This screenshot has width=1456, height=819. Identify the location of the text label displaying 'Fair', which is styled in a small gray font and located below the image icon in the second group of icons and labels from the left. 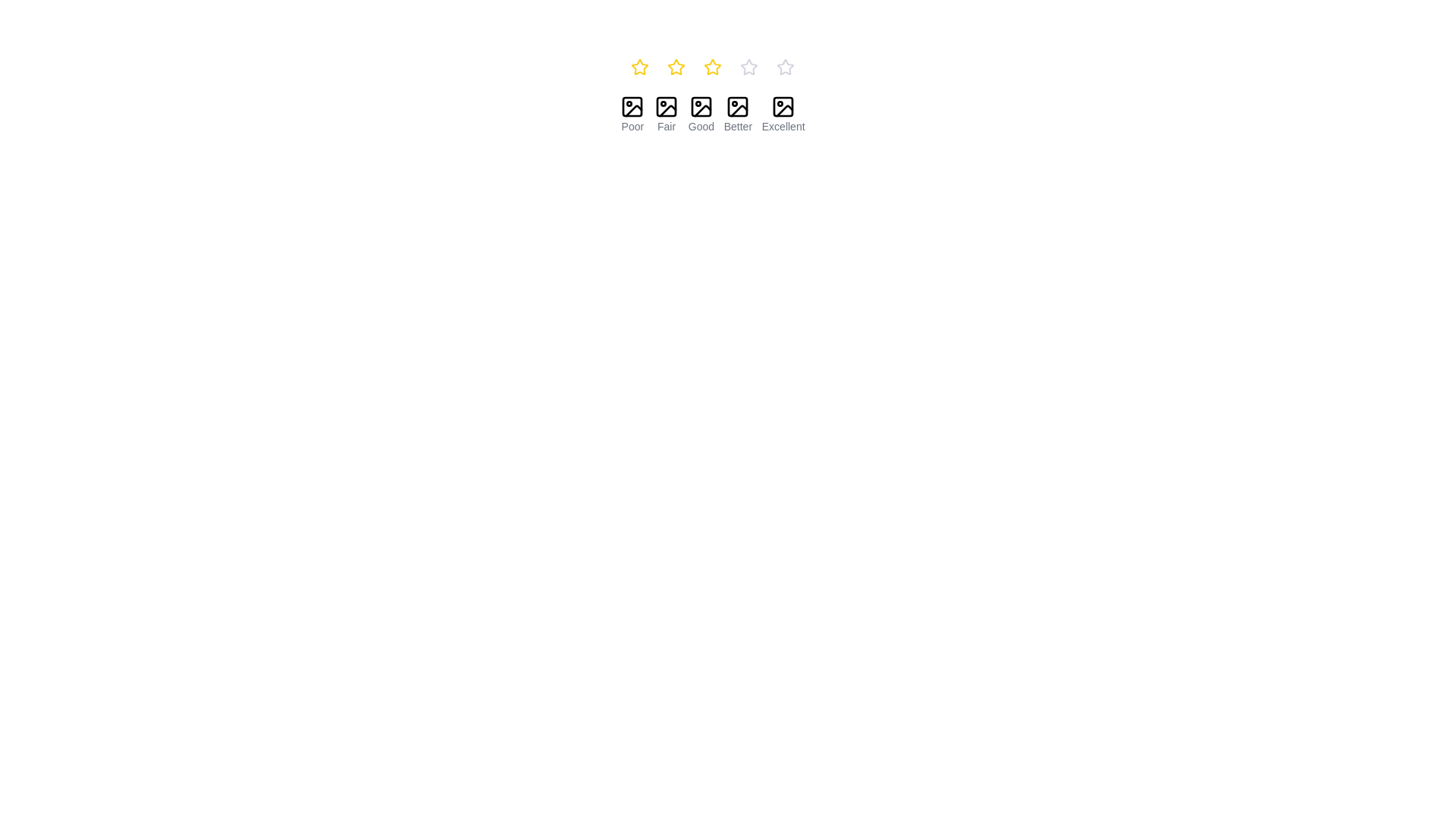
(666, 125).